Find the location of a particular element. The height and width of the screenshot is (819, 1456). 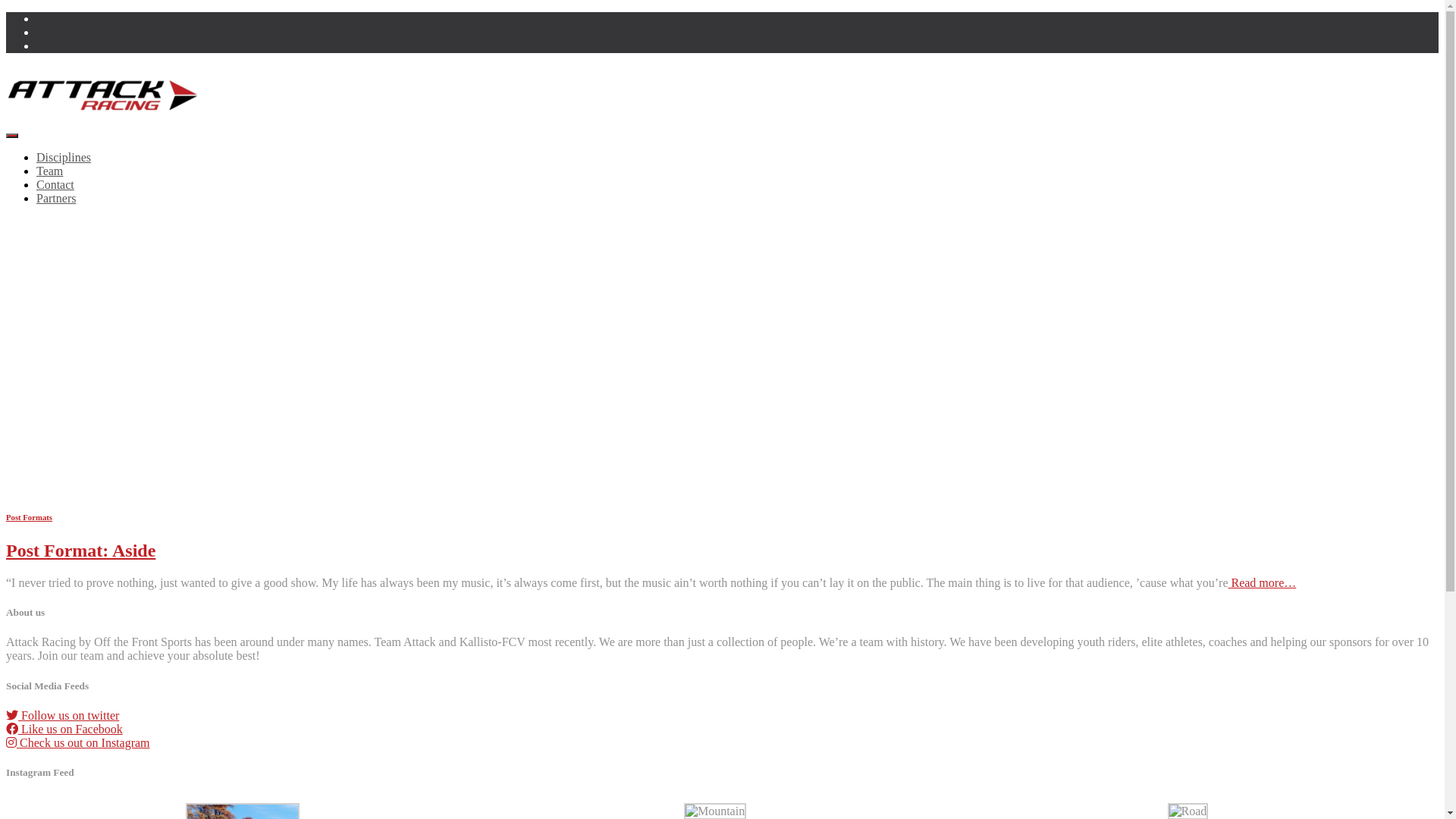

'Follow us on twitter' is located at coordinates (6, 715).